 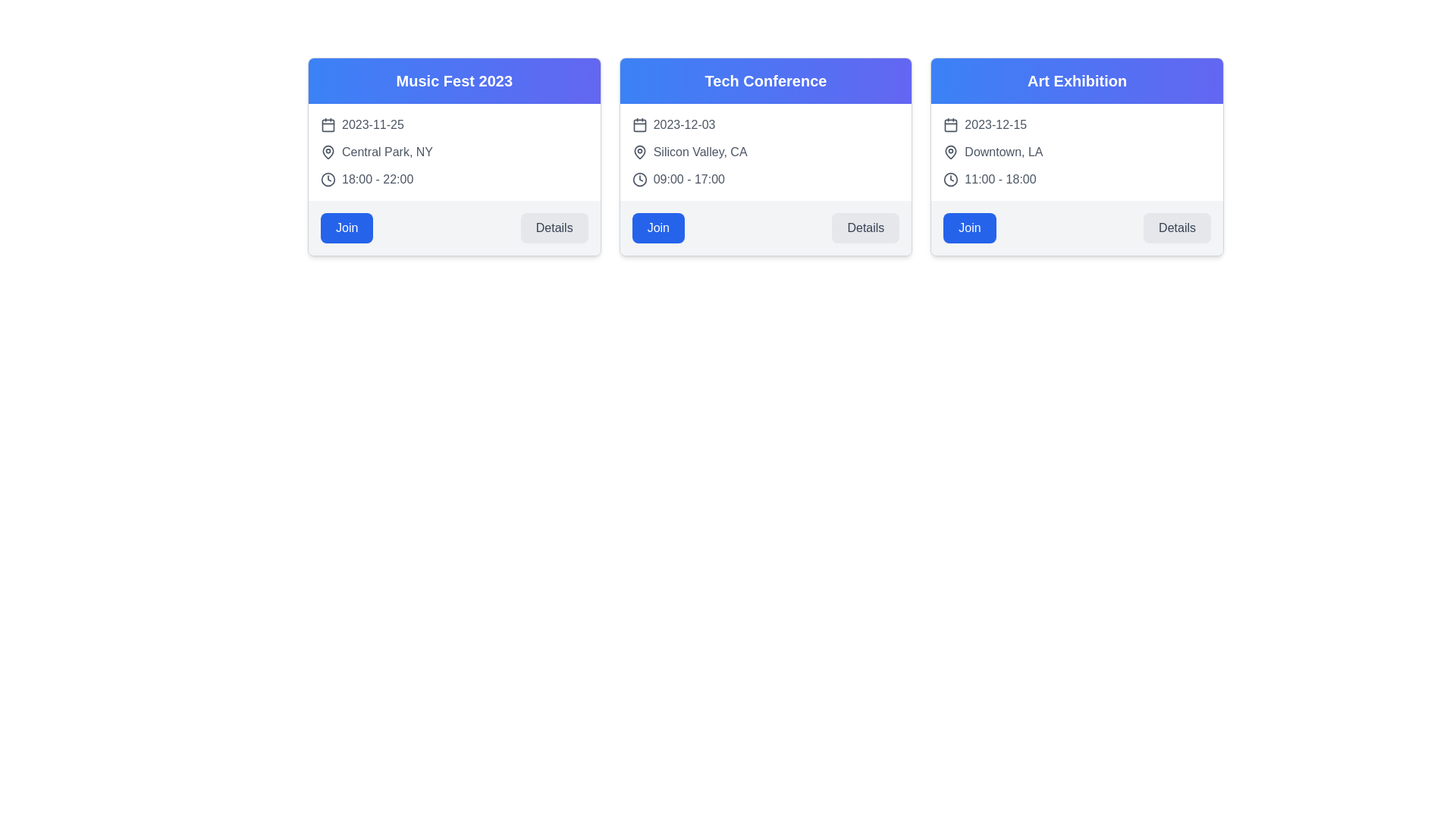 I want to click on the interest button for the 'Tech Conference' event, so click(x=658, y=227).